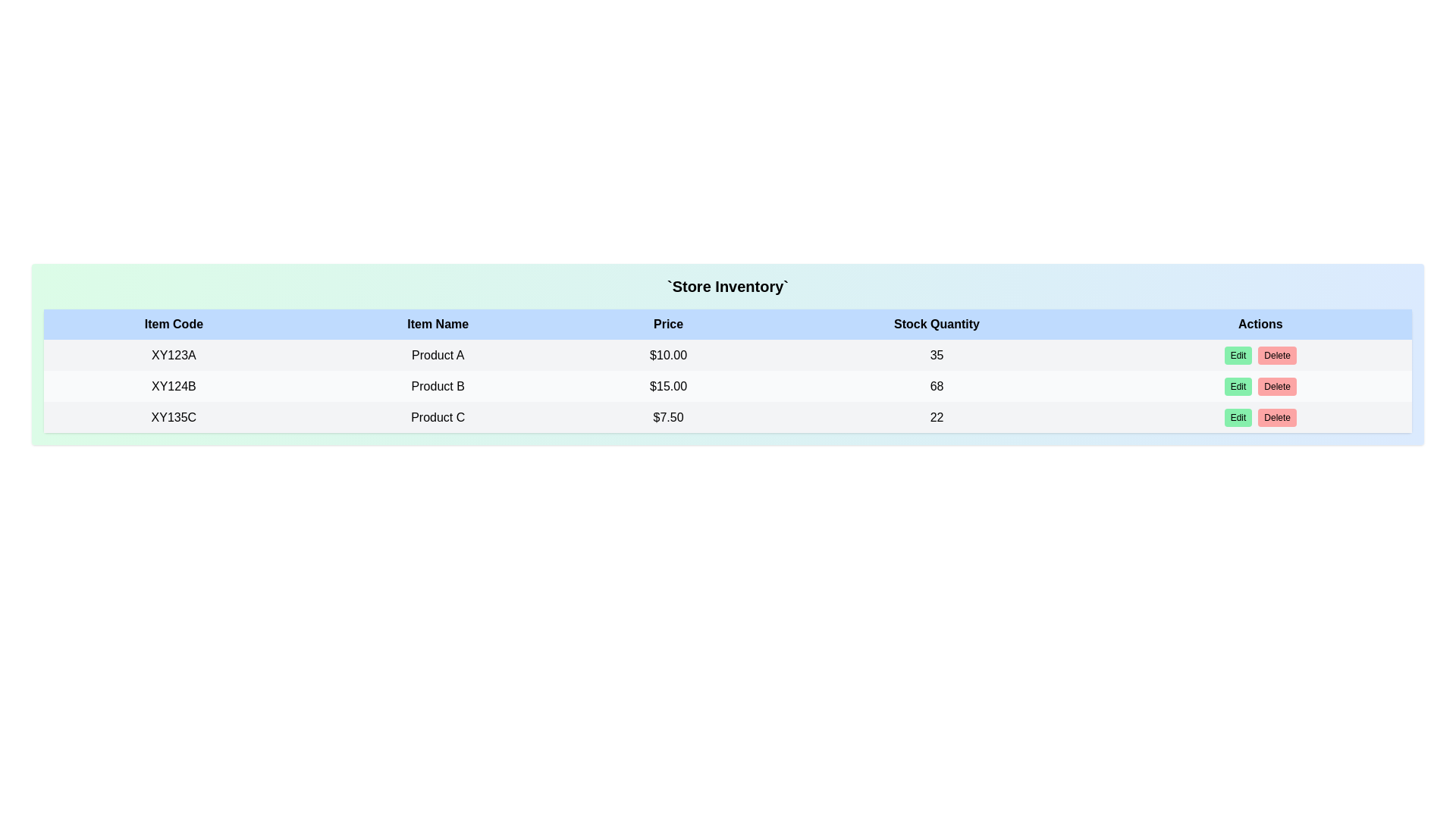 This screenshot has width=1456, height=819. Describe the element at coordinates (437, 355) in the screenshot. I see `the text component labeled 'Product A' in the 'Item Name' column of the store inventory interface` at that location.